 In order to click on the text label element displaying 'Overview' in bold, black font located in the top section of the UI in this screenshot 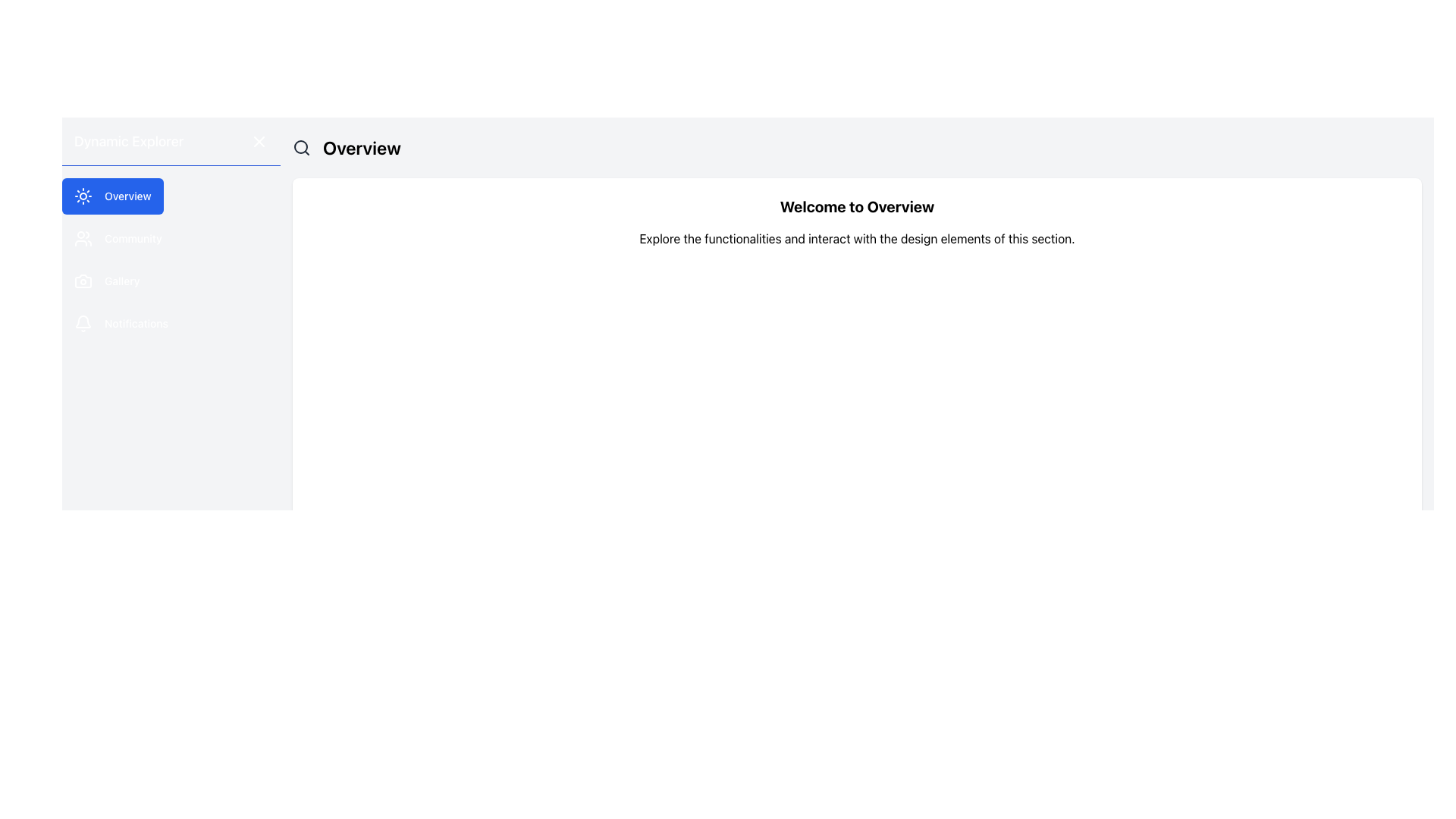, I will do `click(361, 148)`.